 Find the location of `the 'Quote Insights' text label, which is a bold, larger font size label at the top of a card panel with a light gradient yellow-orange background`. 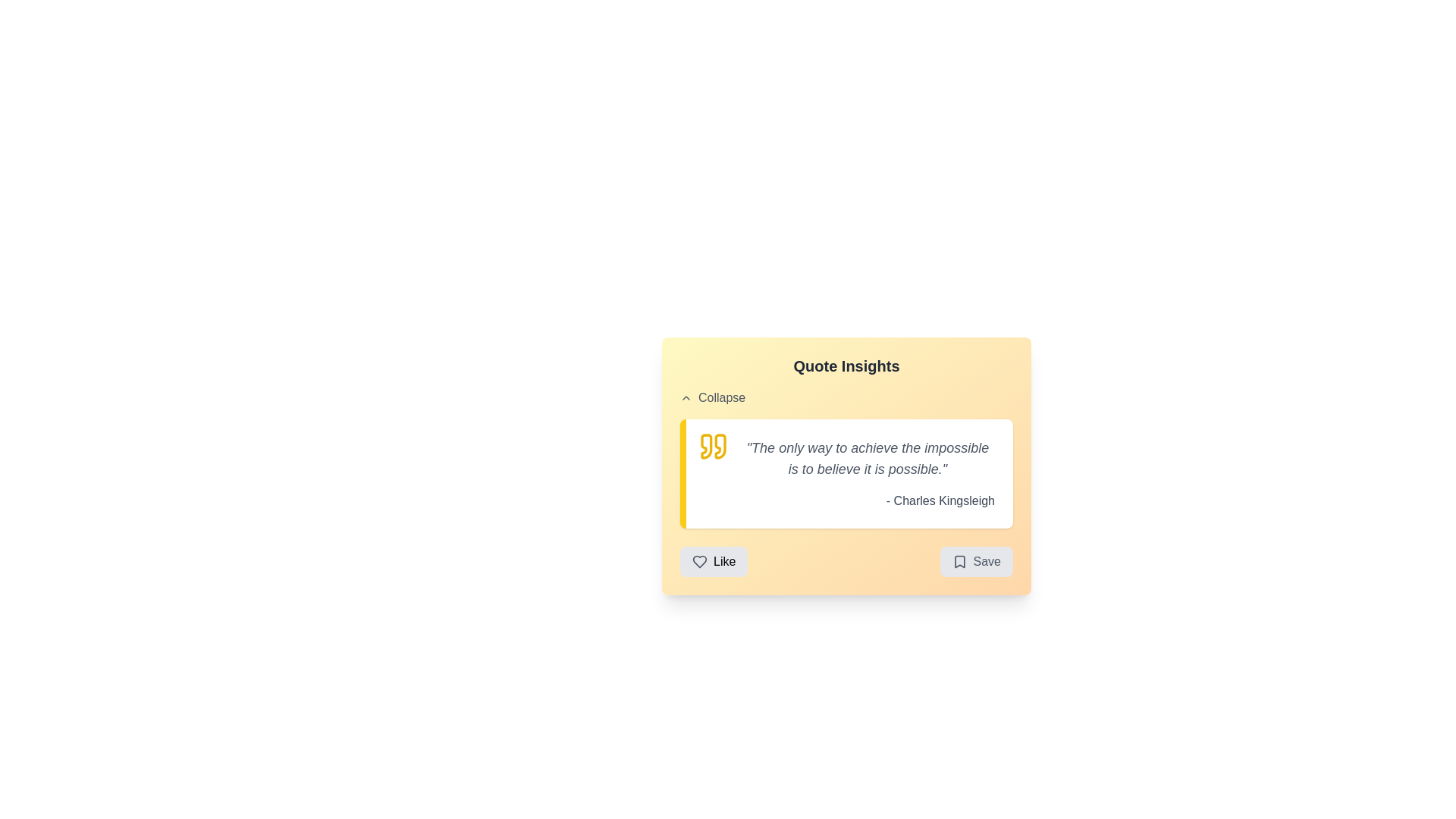

the 'Quote Insights' text label, which is a bold, larger font size label at the top of a card panel with a light gradient yellow-orange background is located at coordinates (846, 366).